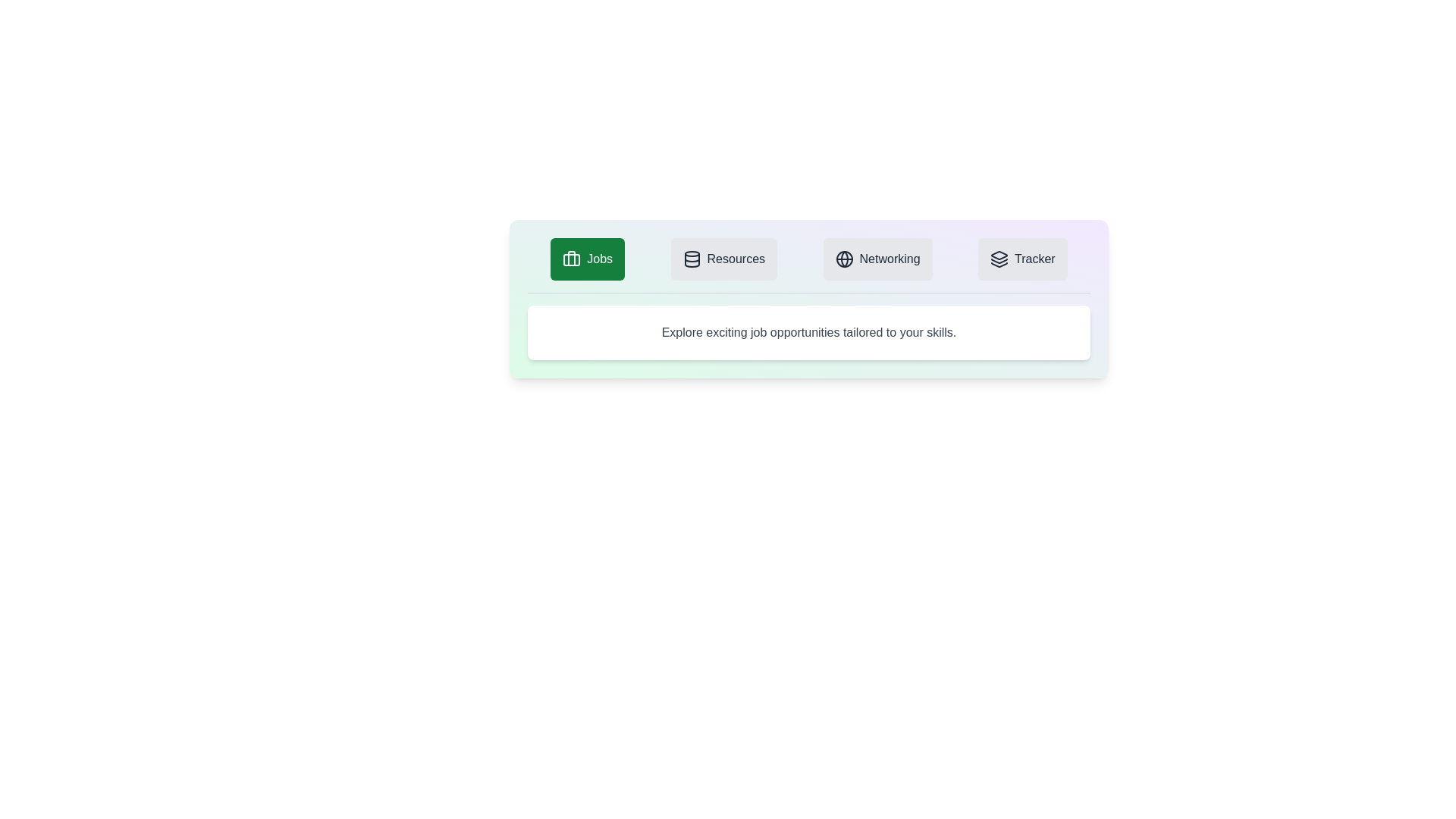  I want to click on the icon of the Jobs tab, so click(571, 259).